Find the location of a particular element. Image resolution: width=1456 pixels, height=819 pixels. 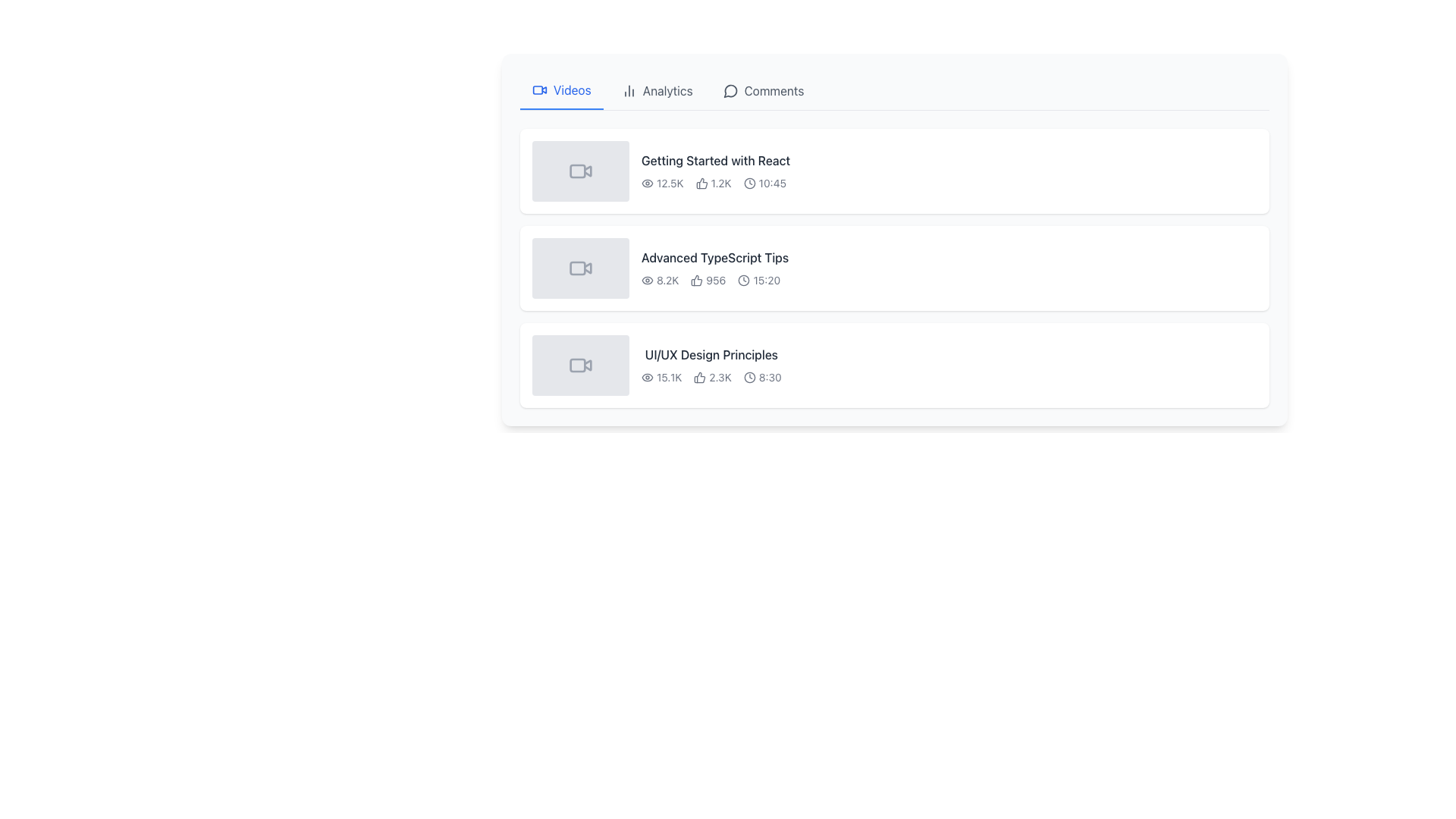

the vertically aligned bar chart icon located to the left of the 'Analytics' text label is located at coordinates (629, 90).